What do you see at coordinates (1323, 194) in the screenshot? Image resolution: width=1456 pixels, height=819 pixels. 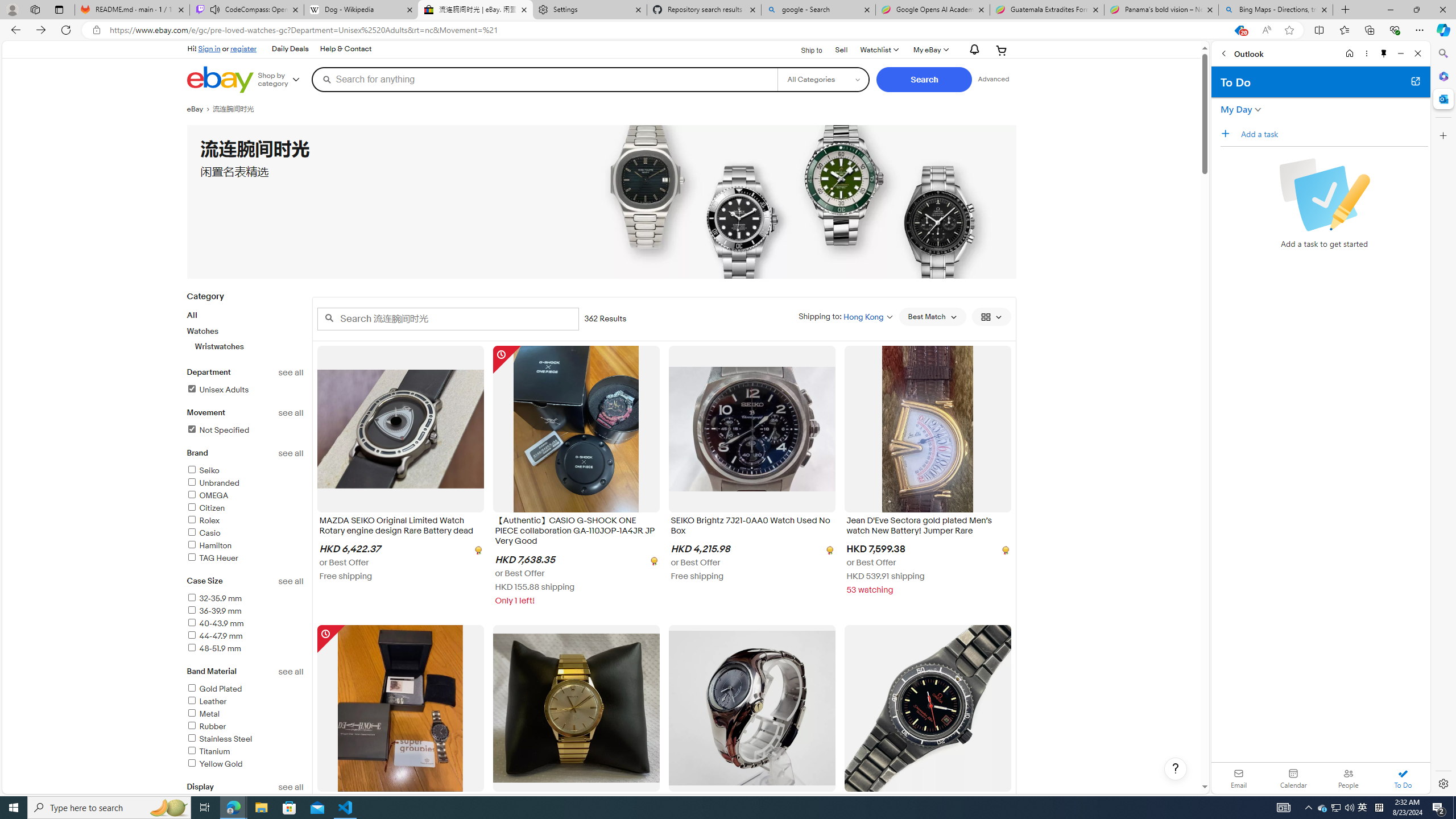 I see `'Checkbox with a pencil'` at bounding box center [1323, 194].